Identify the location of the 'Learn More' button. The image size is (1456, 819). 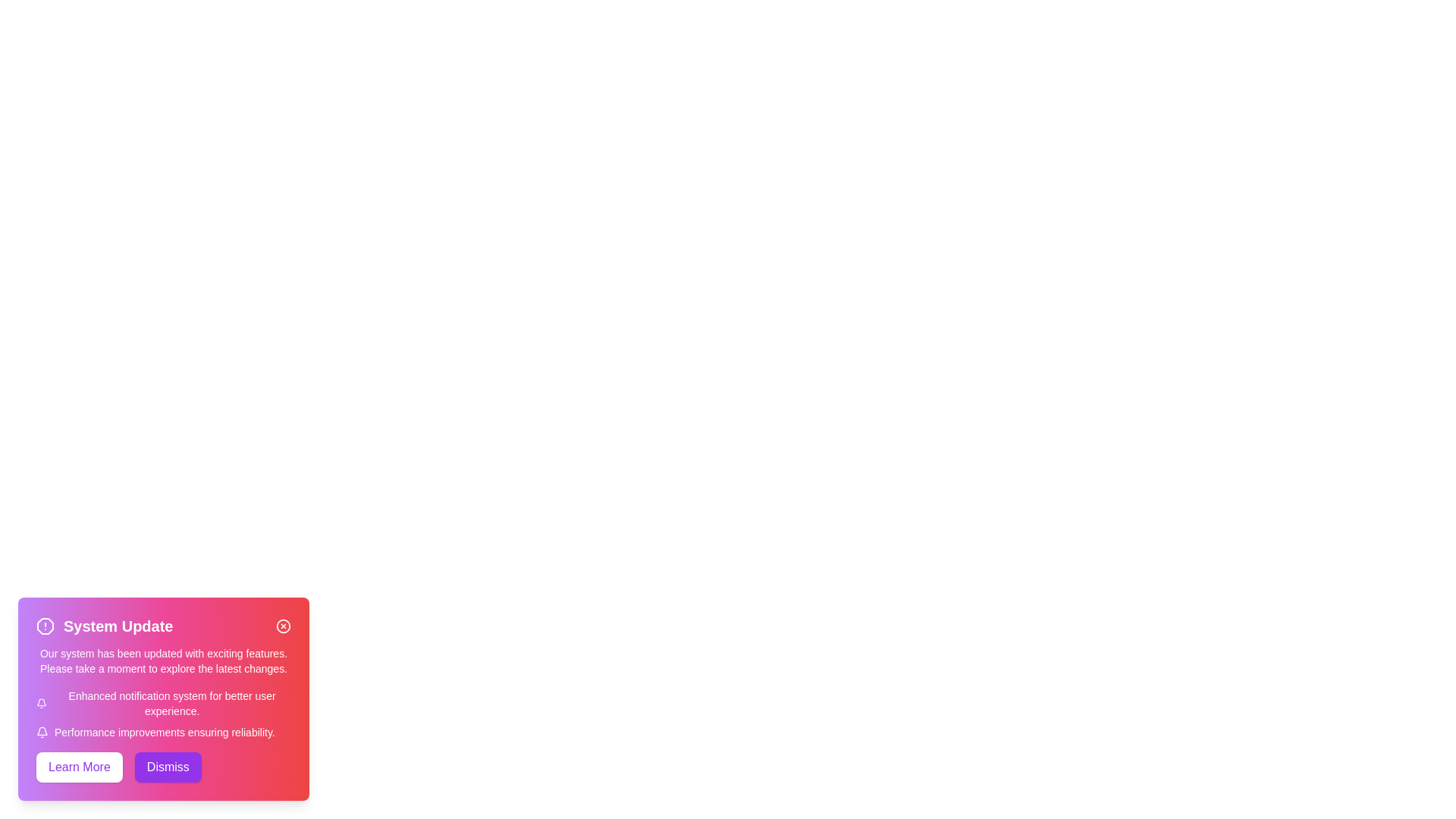
(78, 767).